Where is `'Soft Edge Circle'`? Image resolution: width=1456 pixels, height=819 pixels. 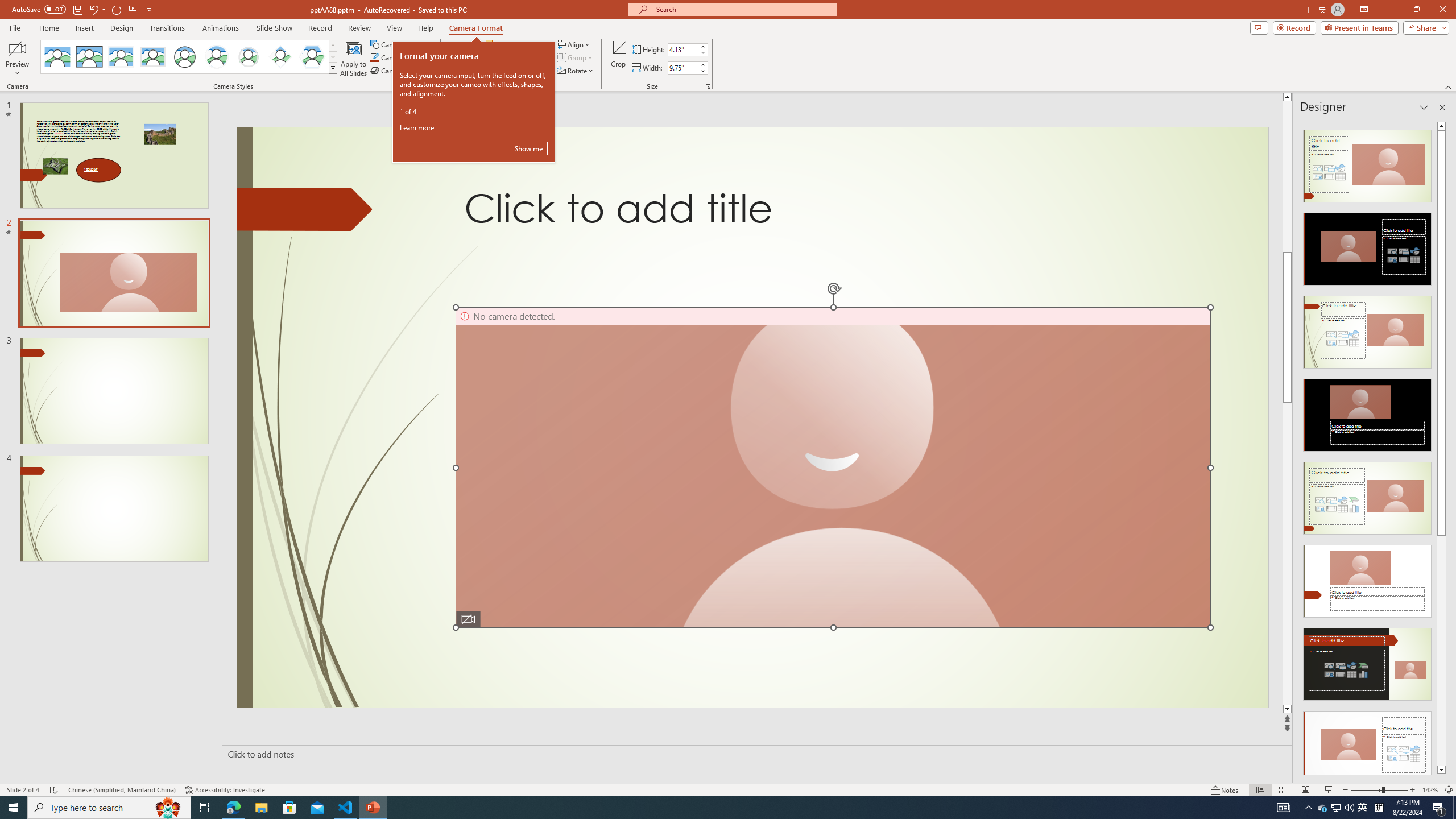
'Soft Edge Circle' is located at coordinates (248, 56).